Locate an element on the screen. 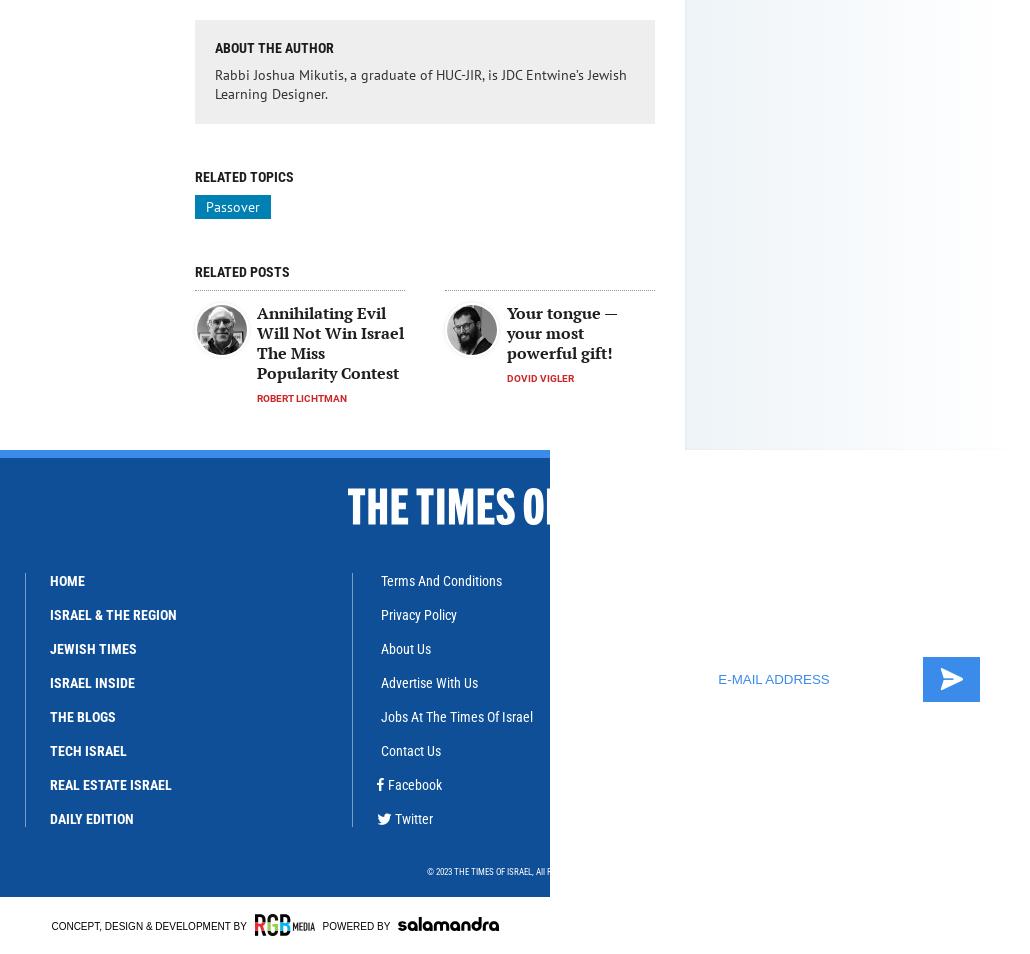 Image resolution: width=1030 pixels, height=954 pixels. 'Concept, design &' is located at coordinates (102, 926).